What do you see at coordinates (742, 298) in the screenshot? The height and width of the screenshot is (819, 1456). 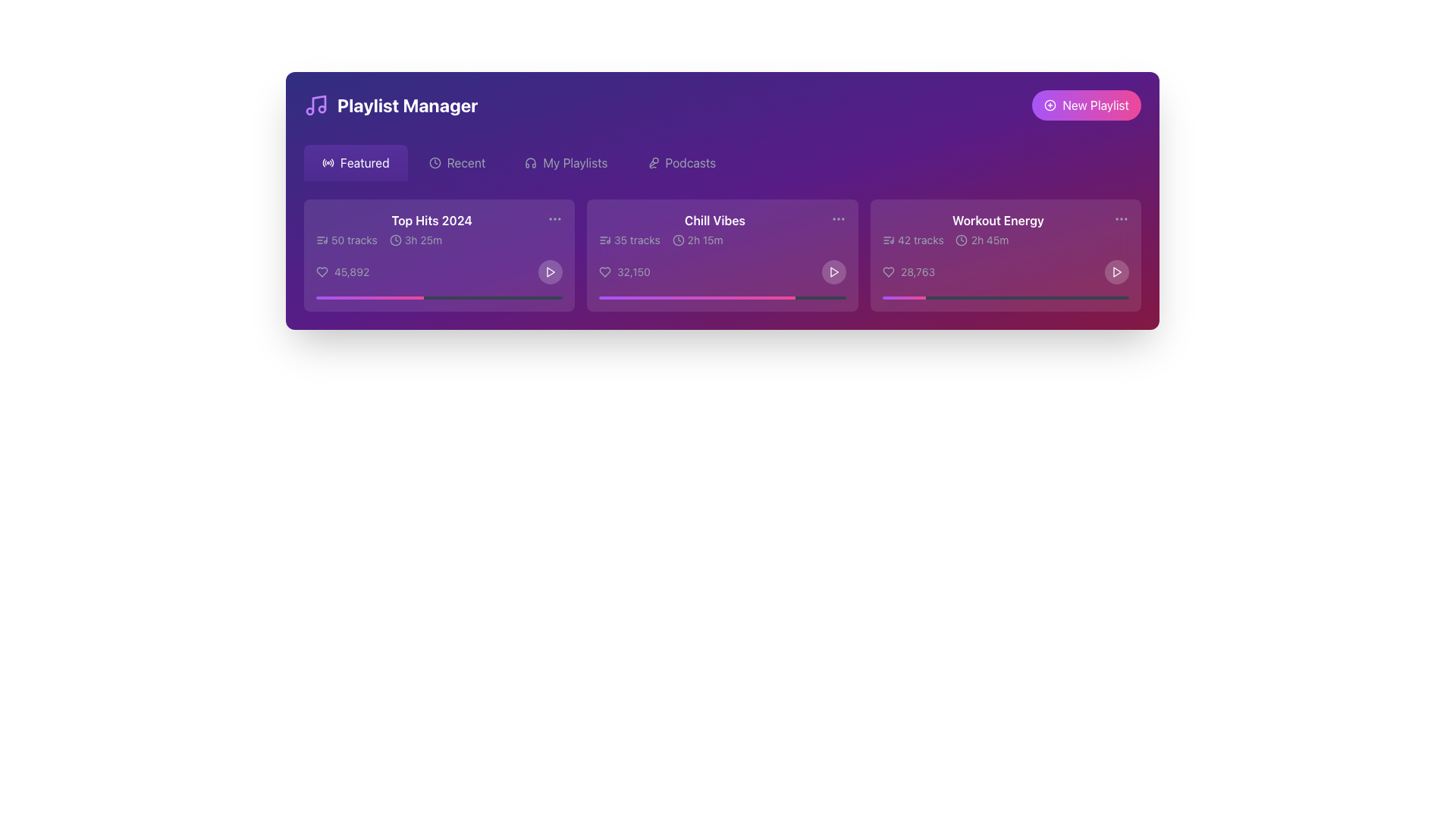 I see `the position on the slider` at bounding box center [742, 298].